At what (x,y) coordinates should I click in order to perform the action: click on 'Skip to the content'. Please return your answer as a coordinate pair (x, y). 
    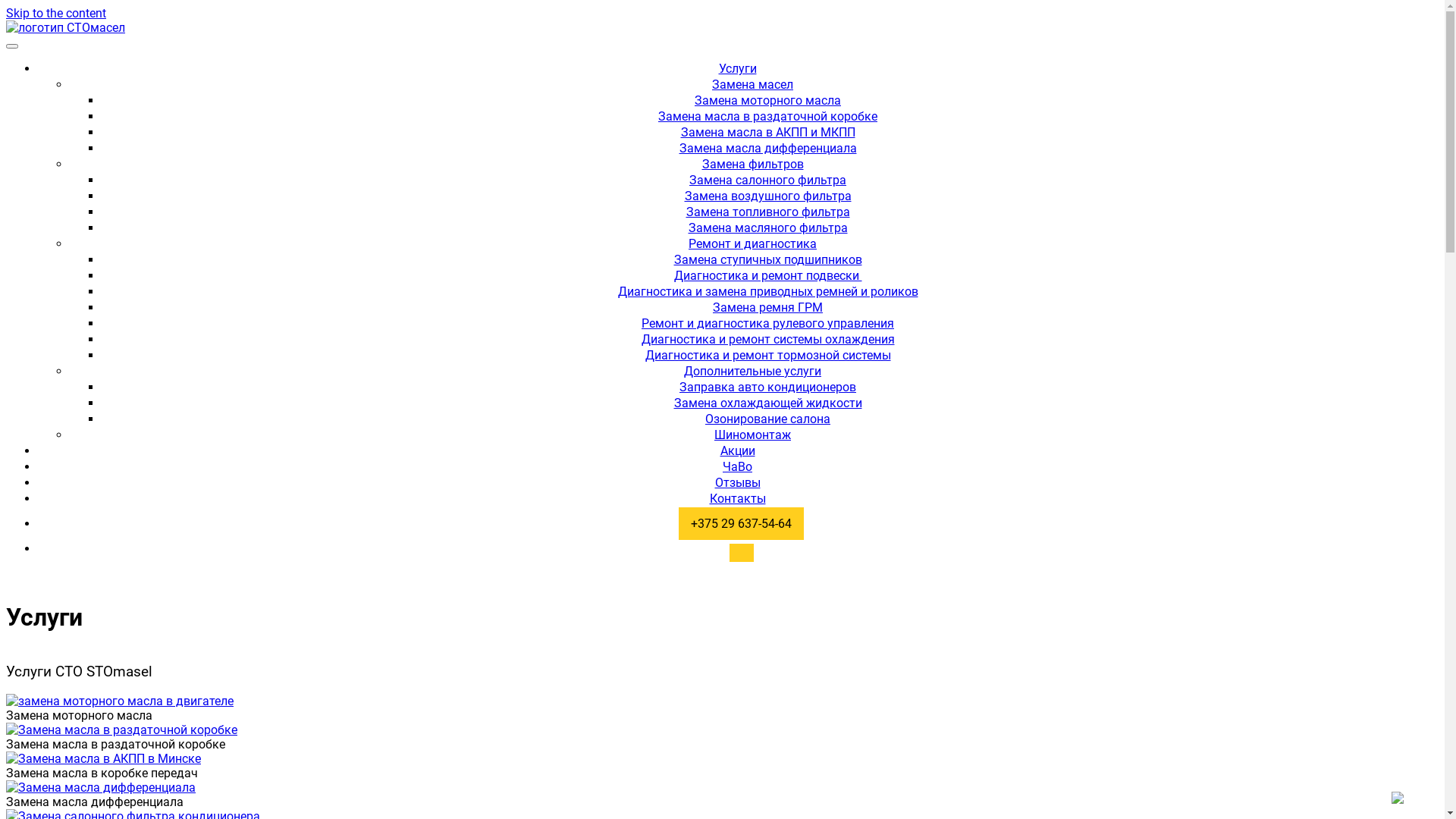
    Looking at the image, I should click on (55, 13).